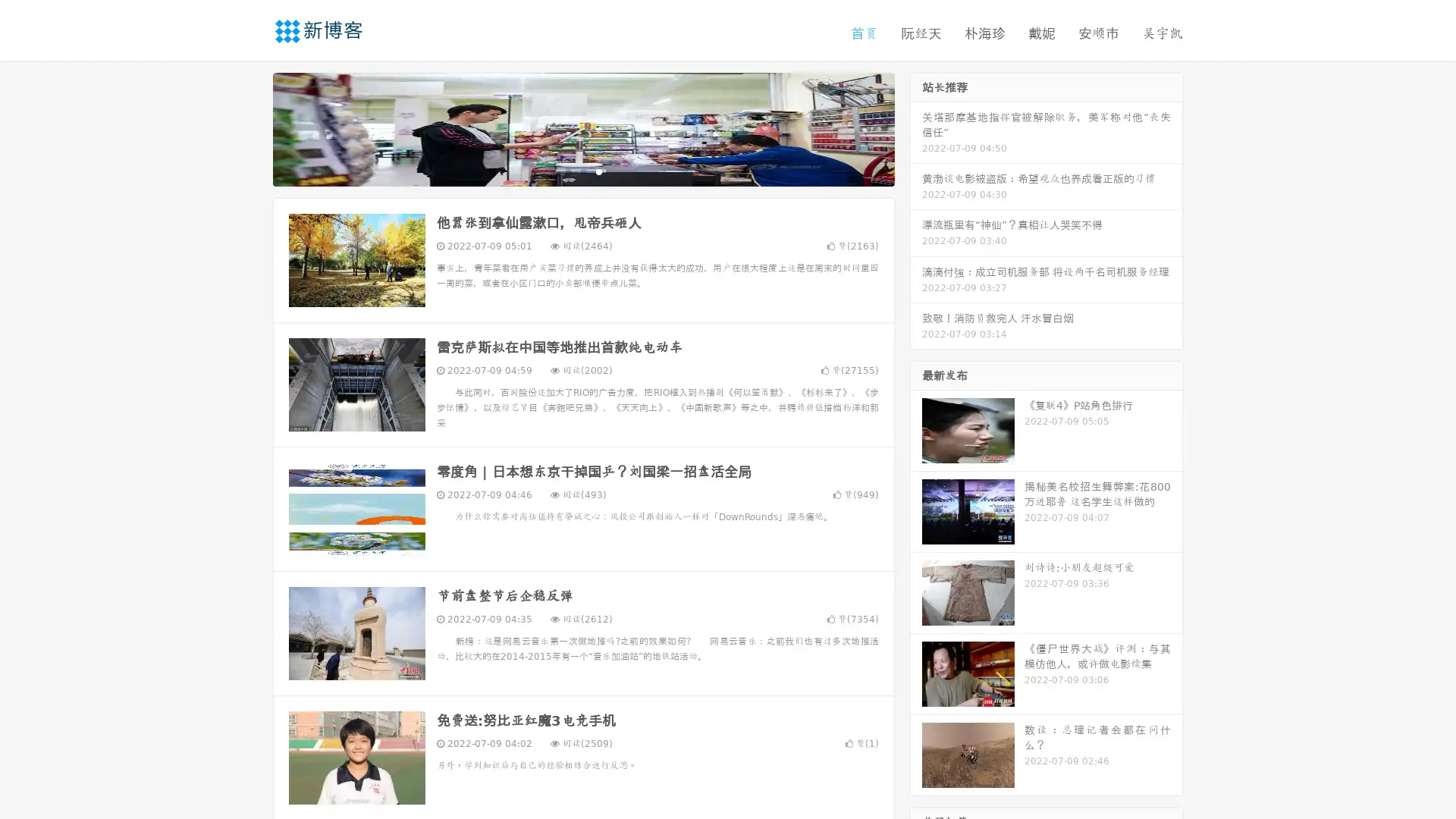 Image resolution: width=1456 pixels, height=819 pixels. I want to click on Go to slide 1, so click(567, 171).